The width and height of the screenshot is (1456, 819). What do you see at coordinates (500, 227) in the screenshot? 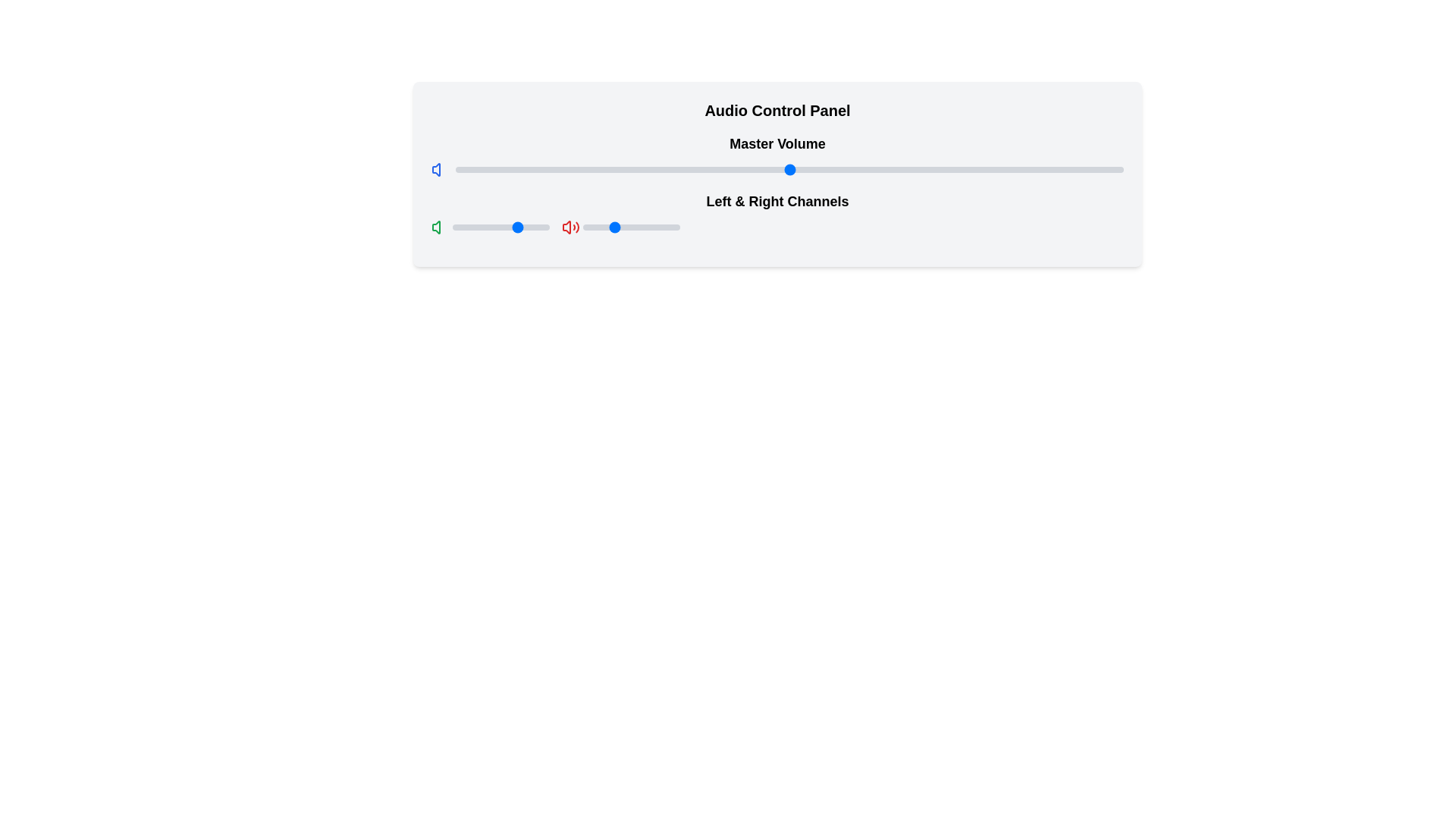
I see `the left-right channel balance` at bounding box center [500, 227].